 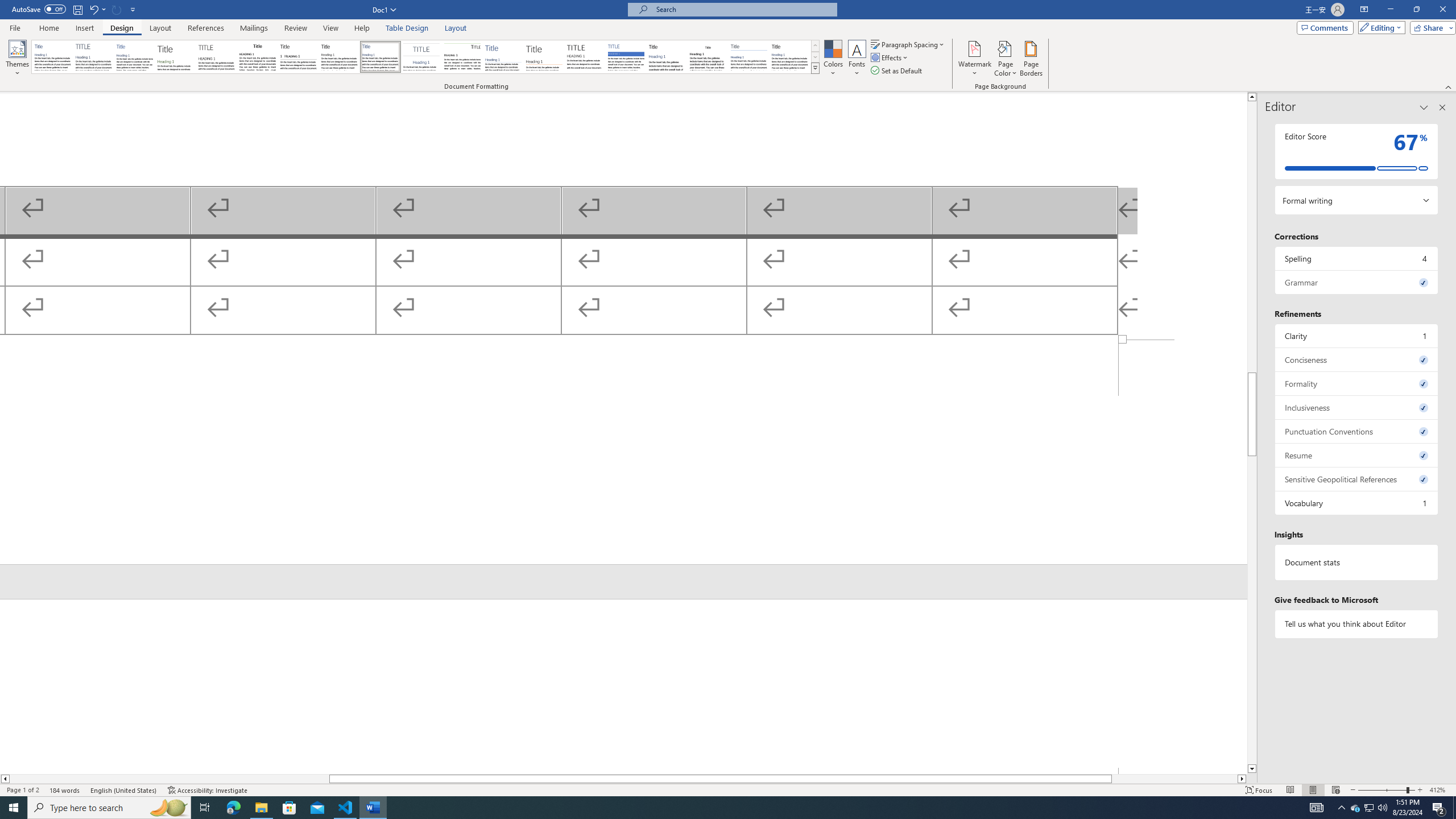 I want to click on 'Lines (Simple)', so click(x=503, y=56).